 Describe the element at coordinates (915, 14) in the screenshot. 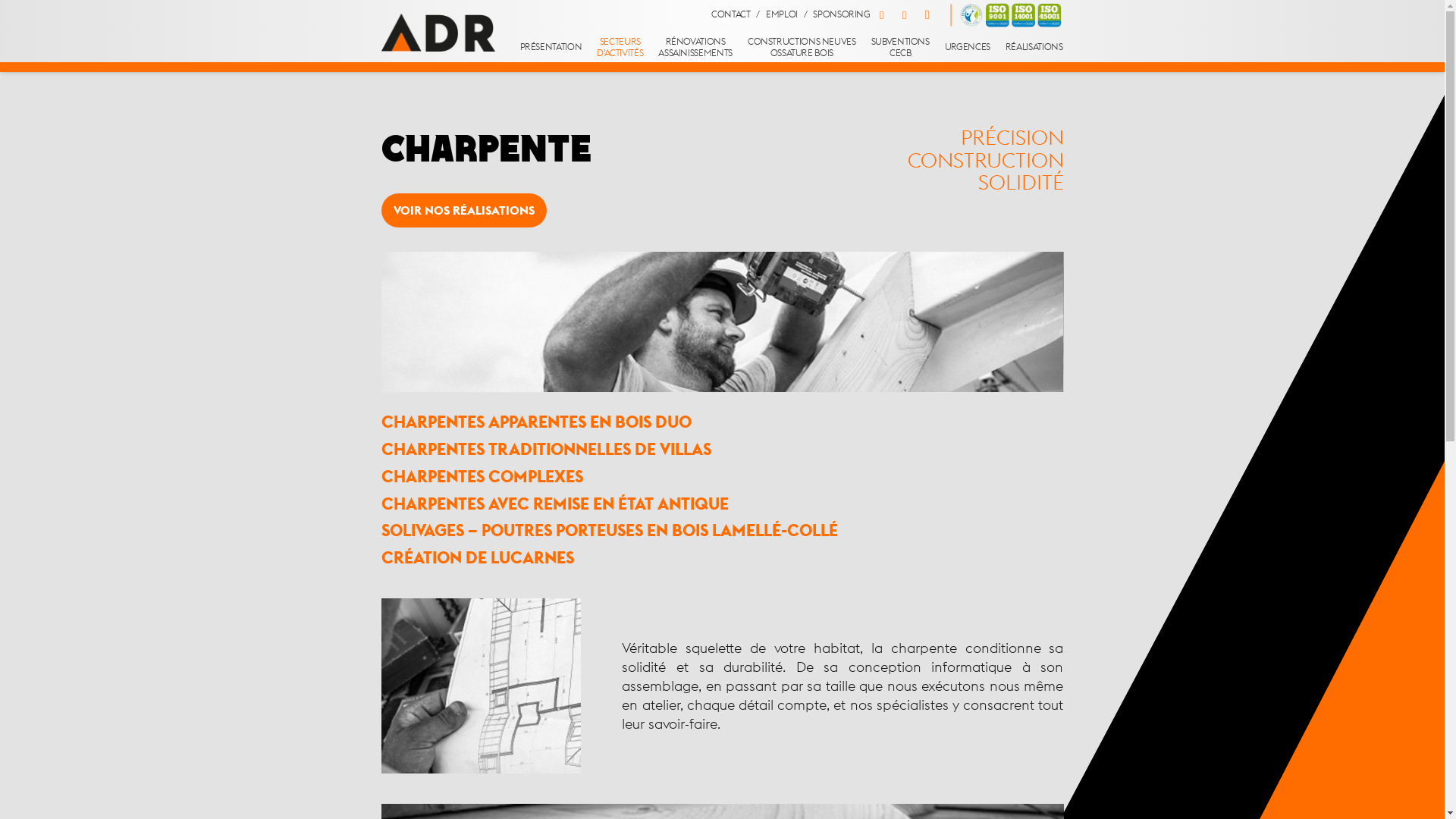

I see `'Instagram'` at that location.